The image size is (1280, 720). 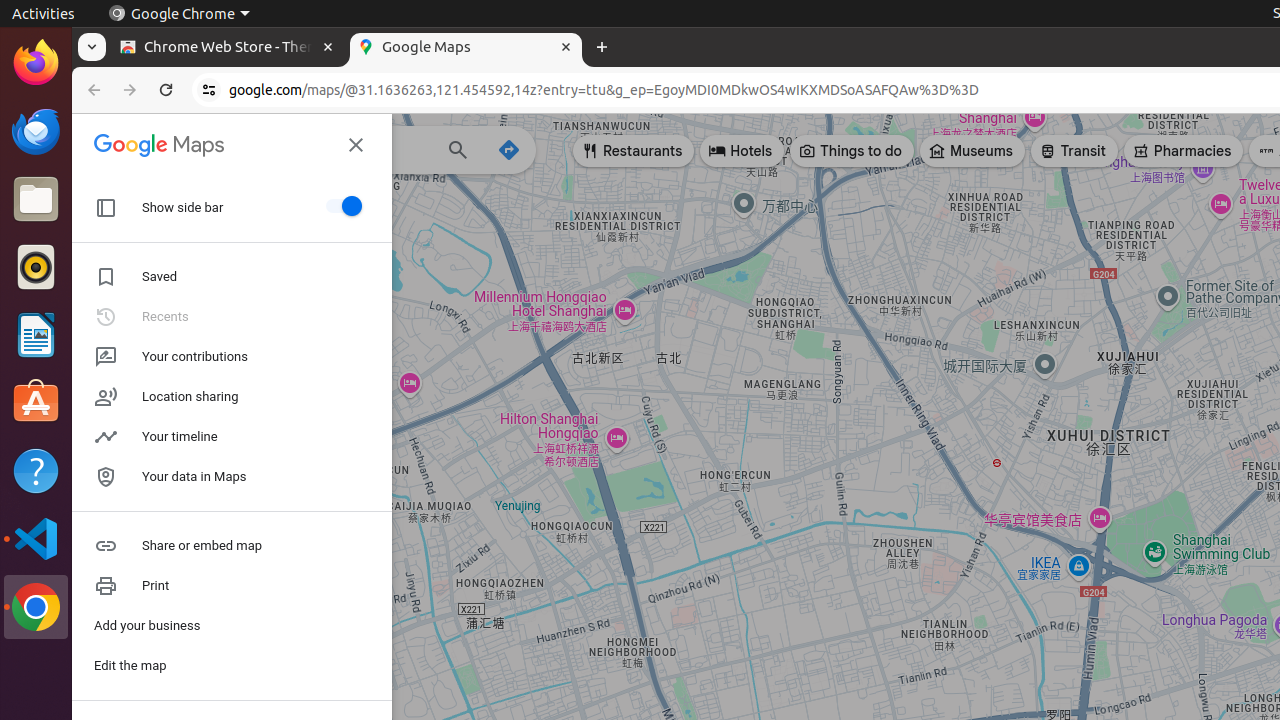 I want to click on 'Transit', so click(x=1073, y=149).